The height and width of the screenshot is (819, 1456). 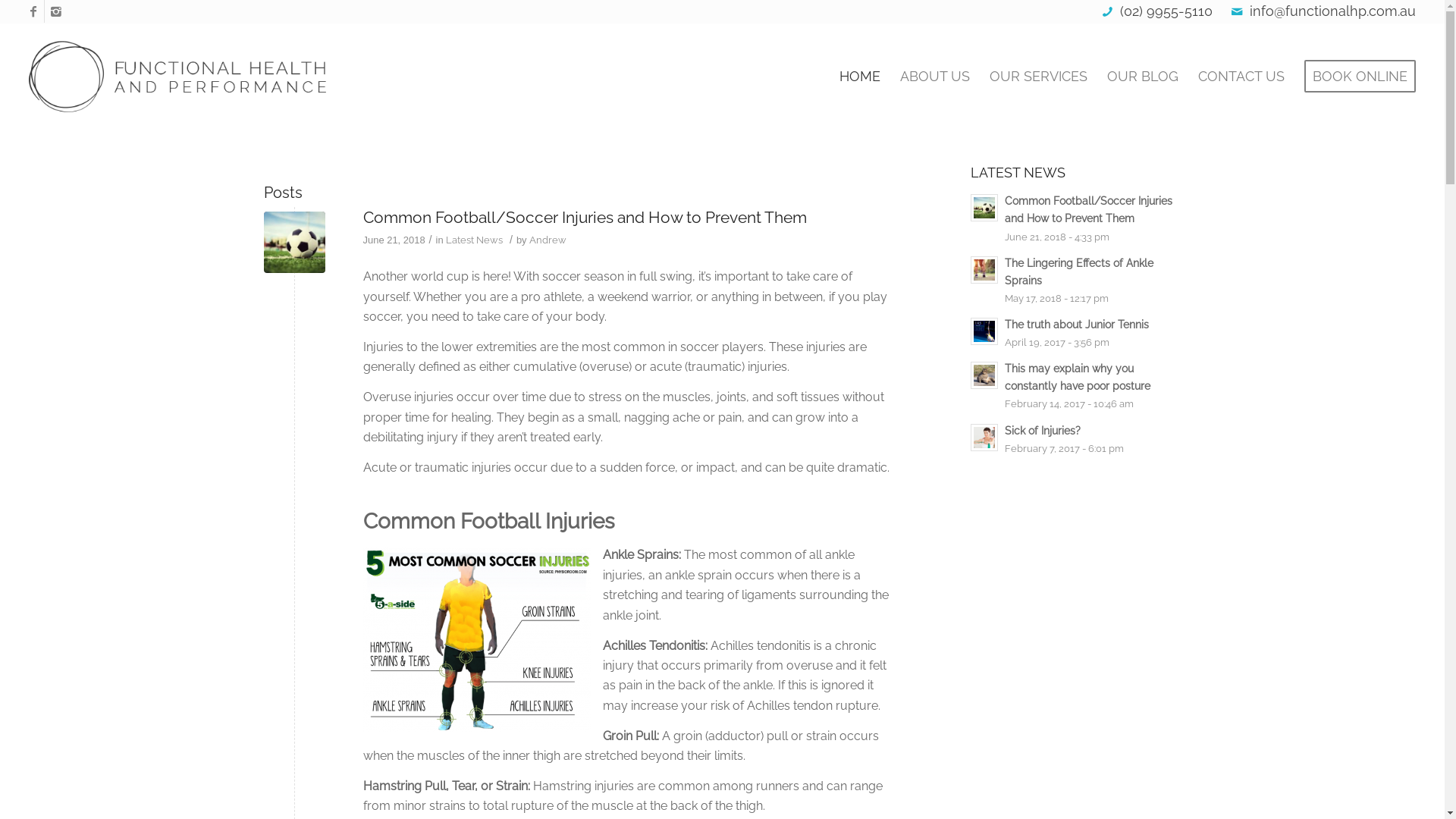 I want to click on 'BOOK ONLINE', so click(x=1354, y=76).